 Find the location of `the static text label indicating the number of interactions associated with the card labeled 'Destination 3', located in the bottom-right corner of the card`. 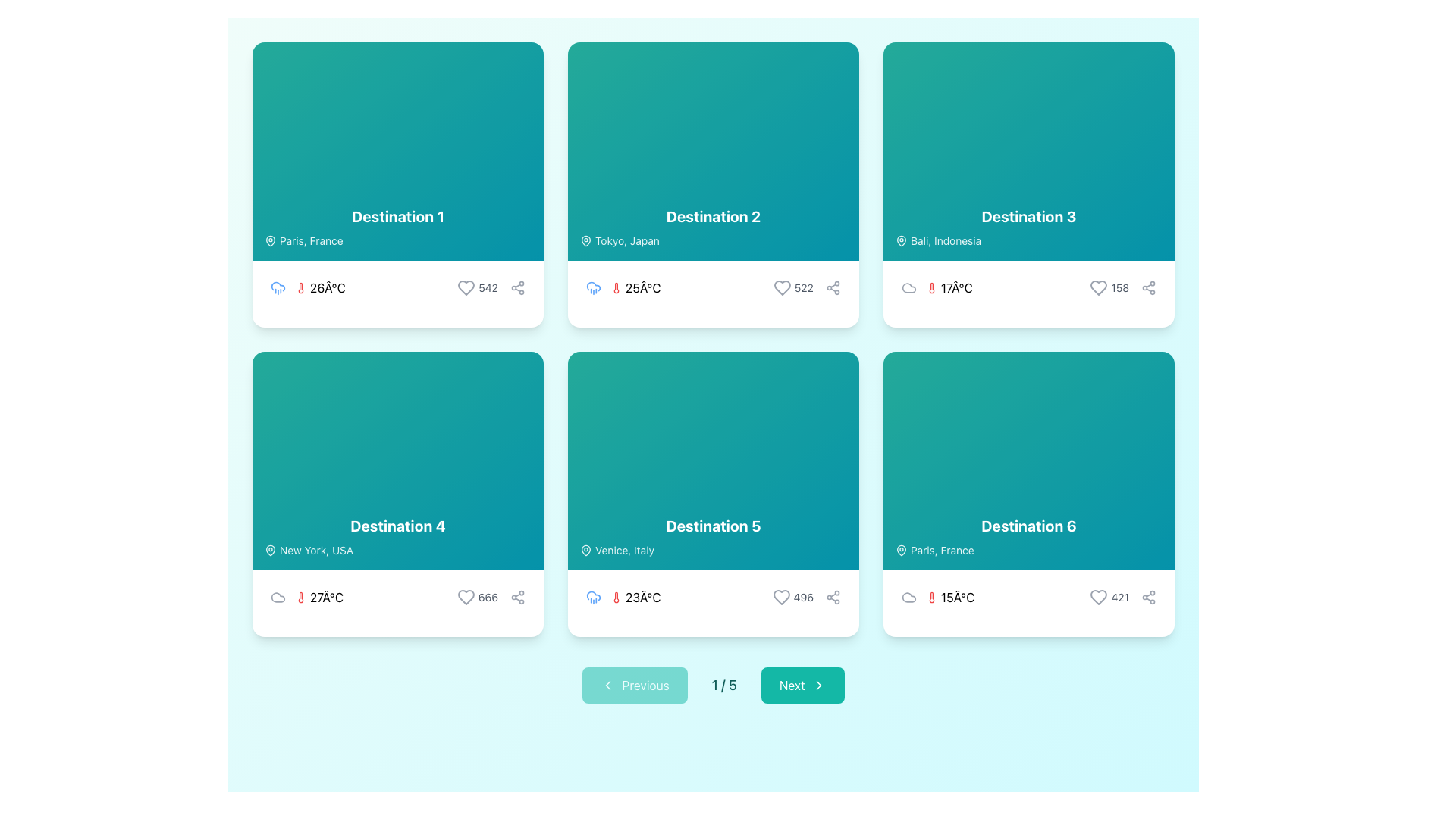

the static text label indicating the number of interactions associated with the card labeled 'Destination 3', located in the bottom-right corner of the card is located at coordinates (1120, 288).